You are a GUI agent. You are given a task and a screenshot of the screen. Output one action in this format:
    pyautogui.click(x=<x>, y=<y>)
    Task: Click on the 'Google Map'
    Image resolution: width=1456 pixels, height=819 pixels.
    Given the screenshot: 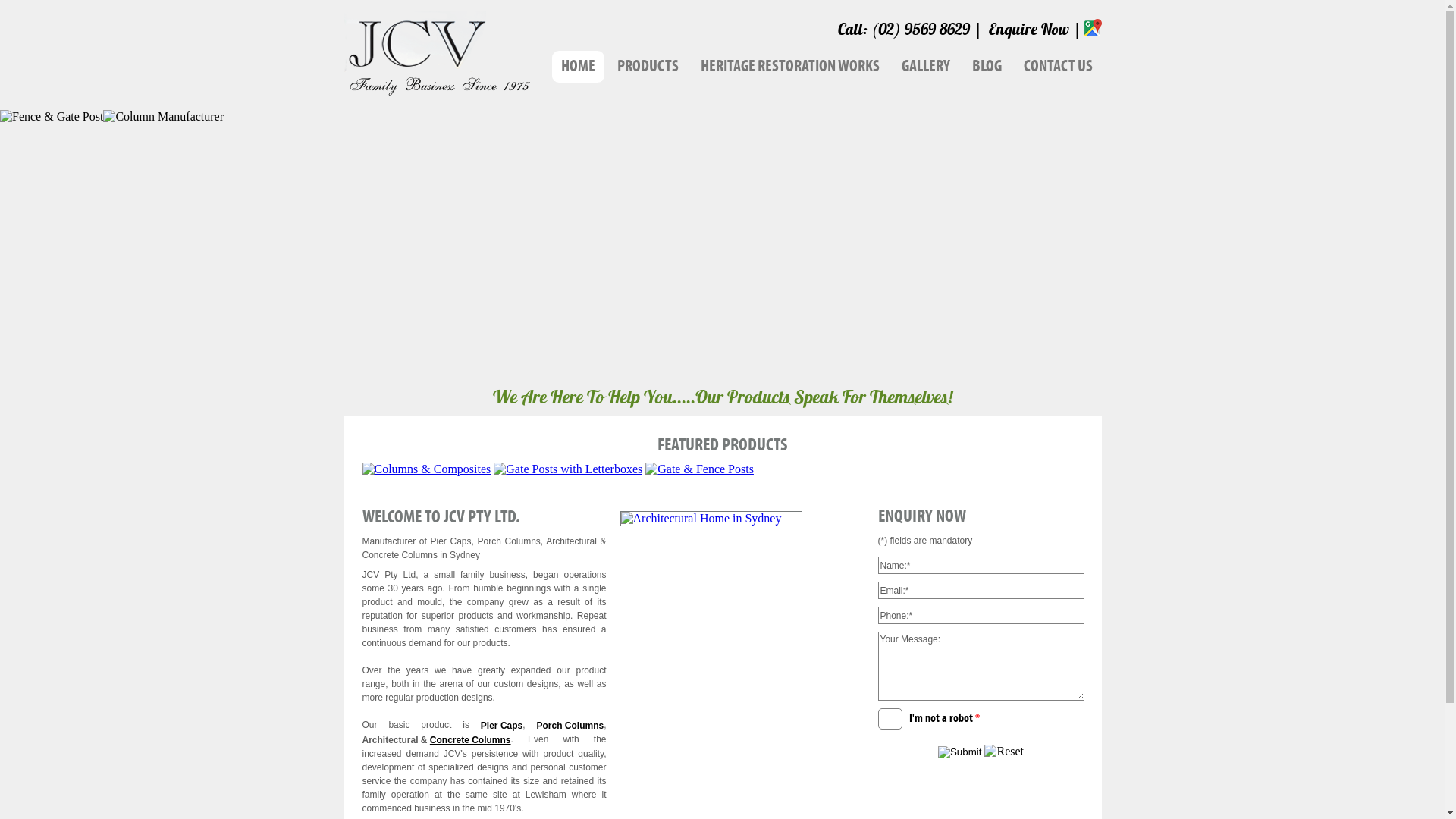 What is the action you would take?
    pyautogui.click(x=1084, y=26)
    